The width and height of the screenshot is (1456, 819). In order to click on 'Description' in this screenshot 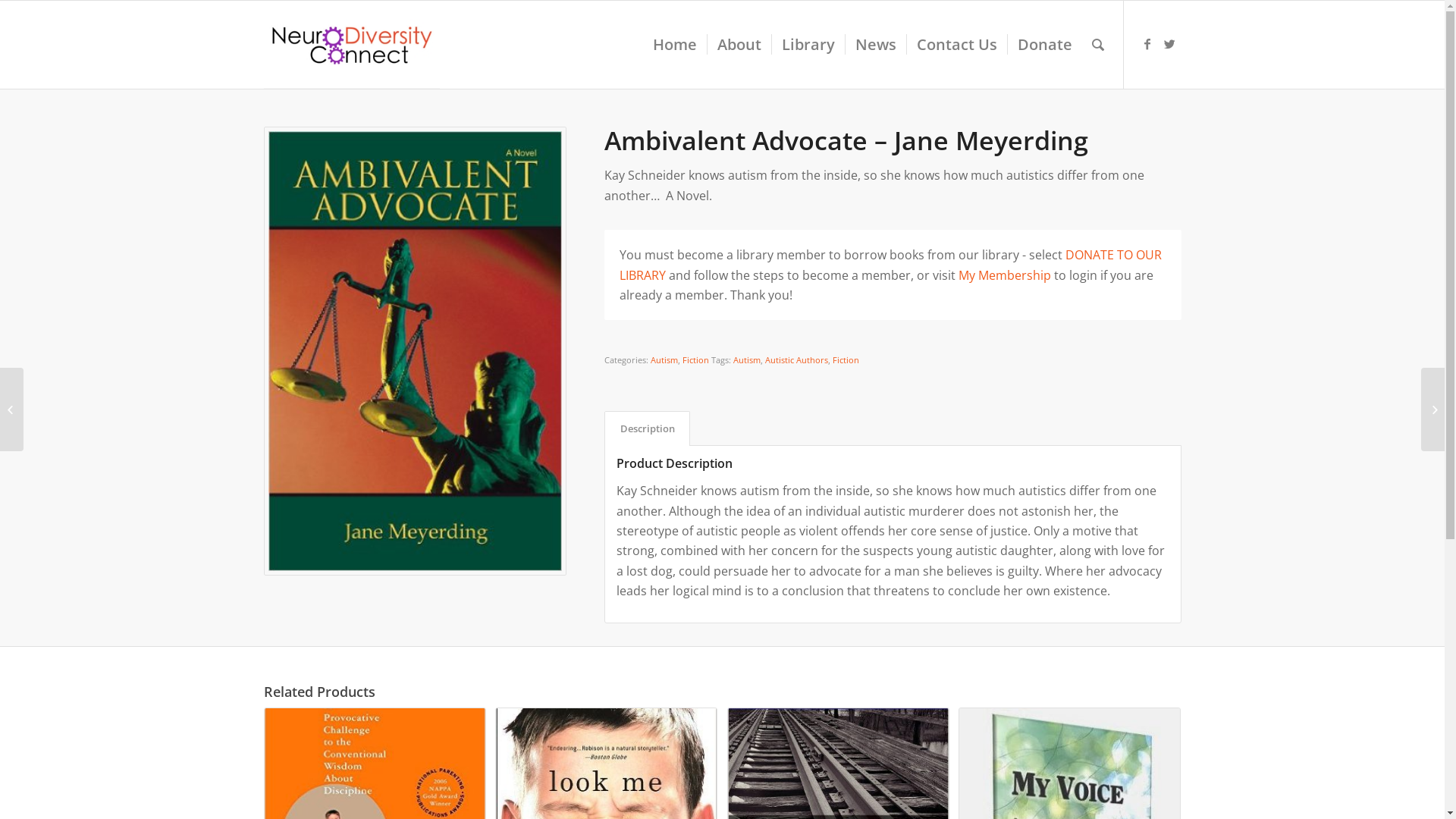, I will do `click(647, 428)`.